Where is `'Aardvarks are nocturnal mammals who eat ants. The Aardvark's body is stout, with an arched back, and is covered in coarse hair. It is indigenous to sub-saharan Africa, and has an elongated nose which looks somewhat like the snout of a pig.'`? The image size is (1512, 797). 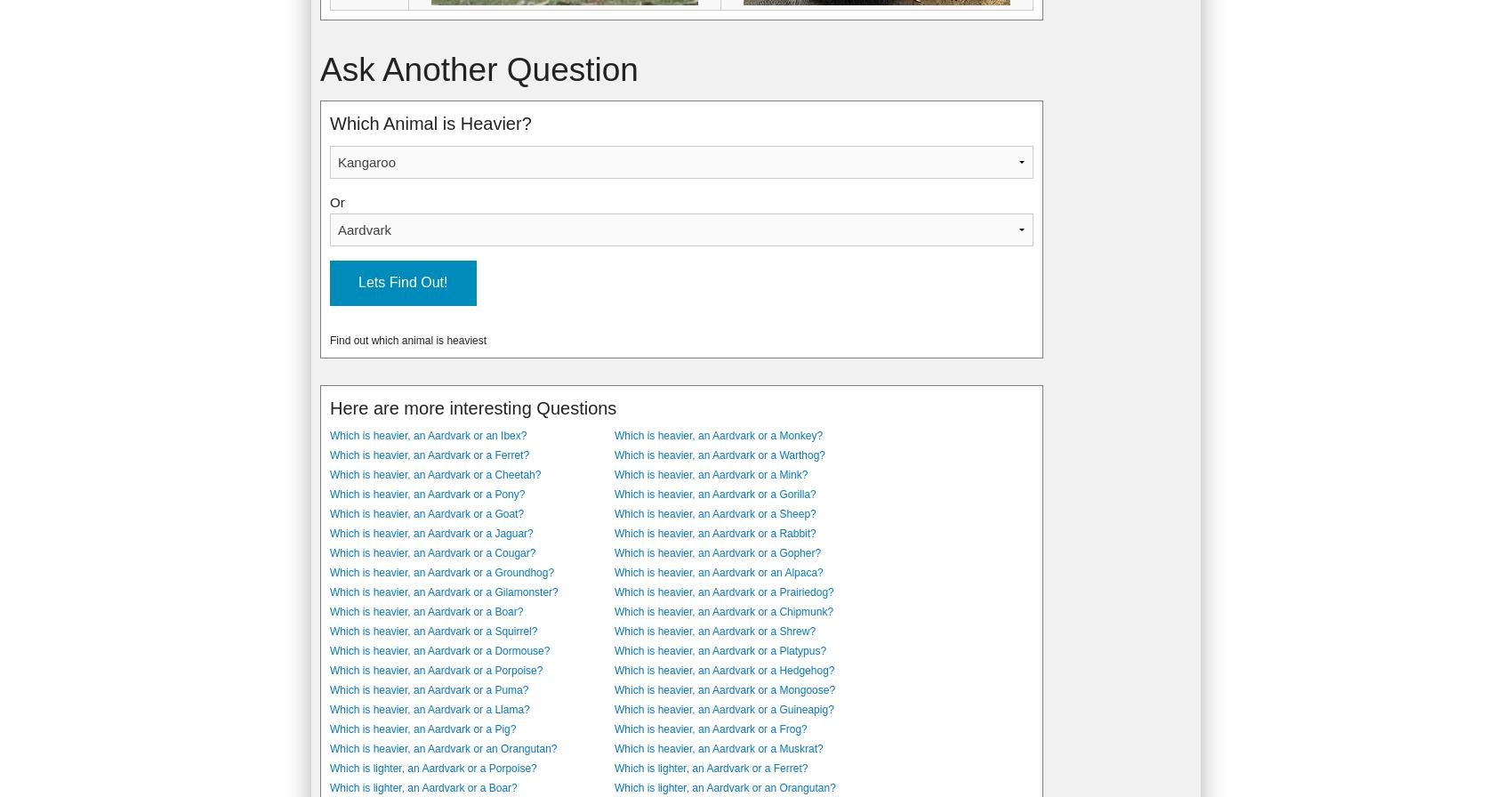 'Aardvarks are nocturnal mammals who eat ants. The Aardvark's body is stout, with an arched back, and is covered in coarse hair. It is indigenous to sub-saharan Africa, and has an elongated nose which looks somewhat like the snout of a pig.' is located at coordinates (696, 204).